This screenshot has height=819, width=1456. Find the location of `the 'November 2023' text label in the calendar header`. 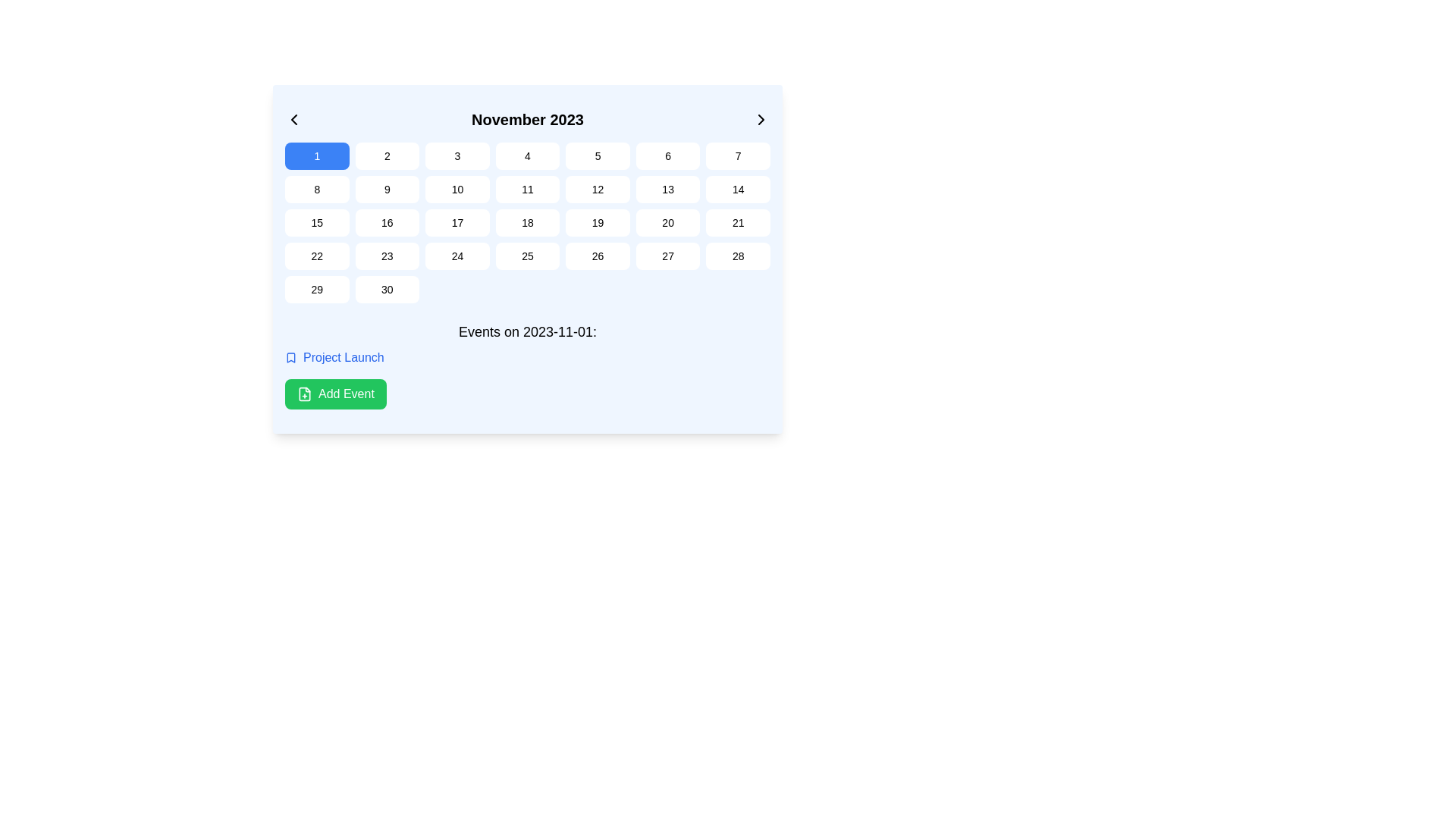

the 'November 2023' text label in the calendar header is located at coordinates (528, 119).